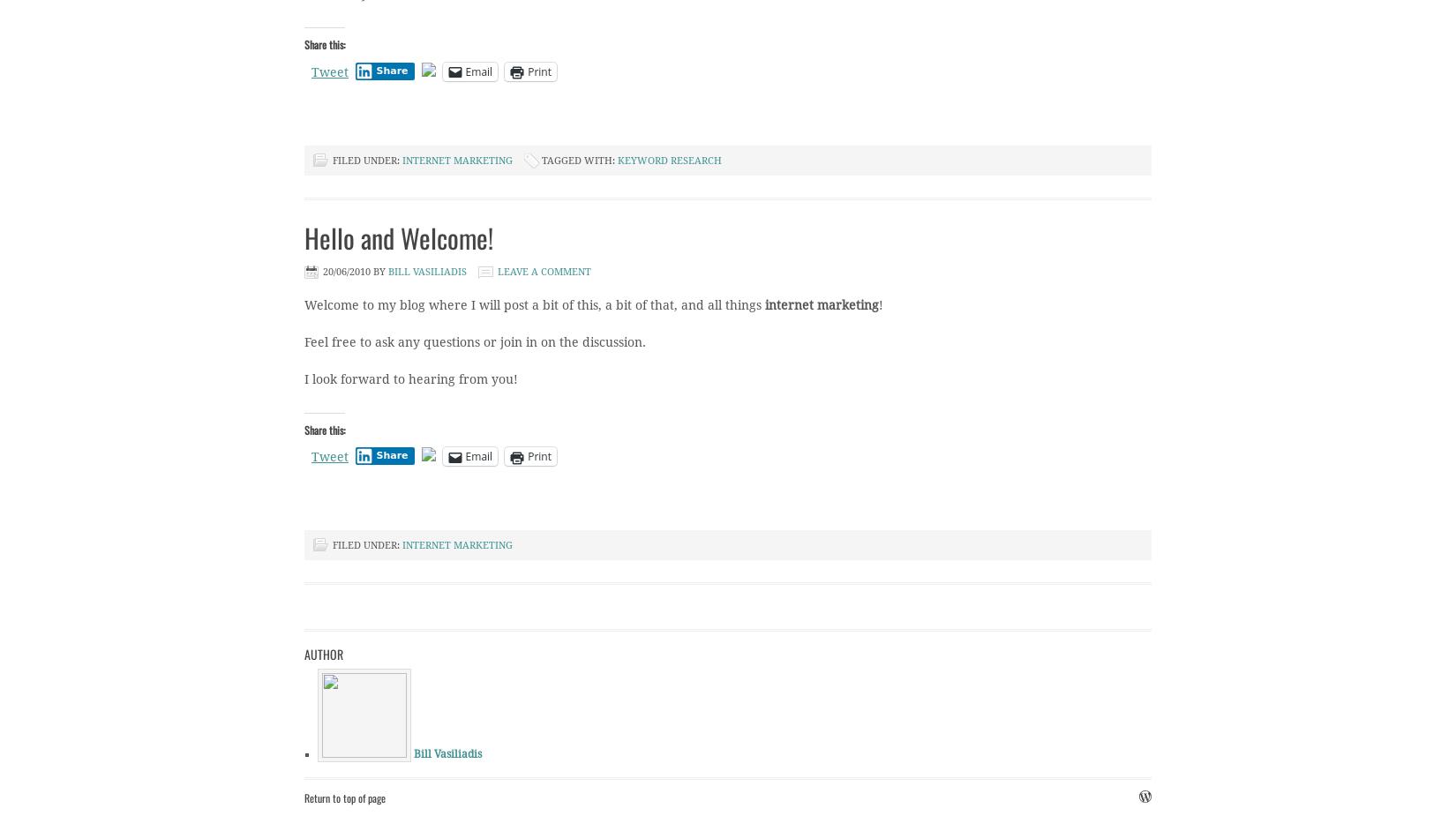  Describe the element at coordinates (409, 378) in the screenshot. I see `'I look forward to hearing from you!'` at that location.